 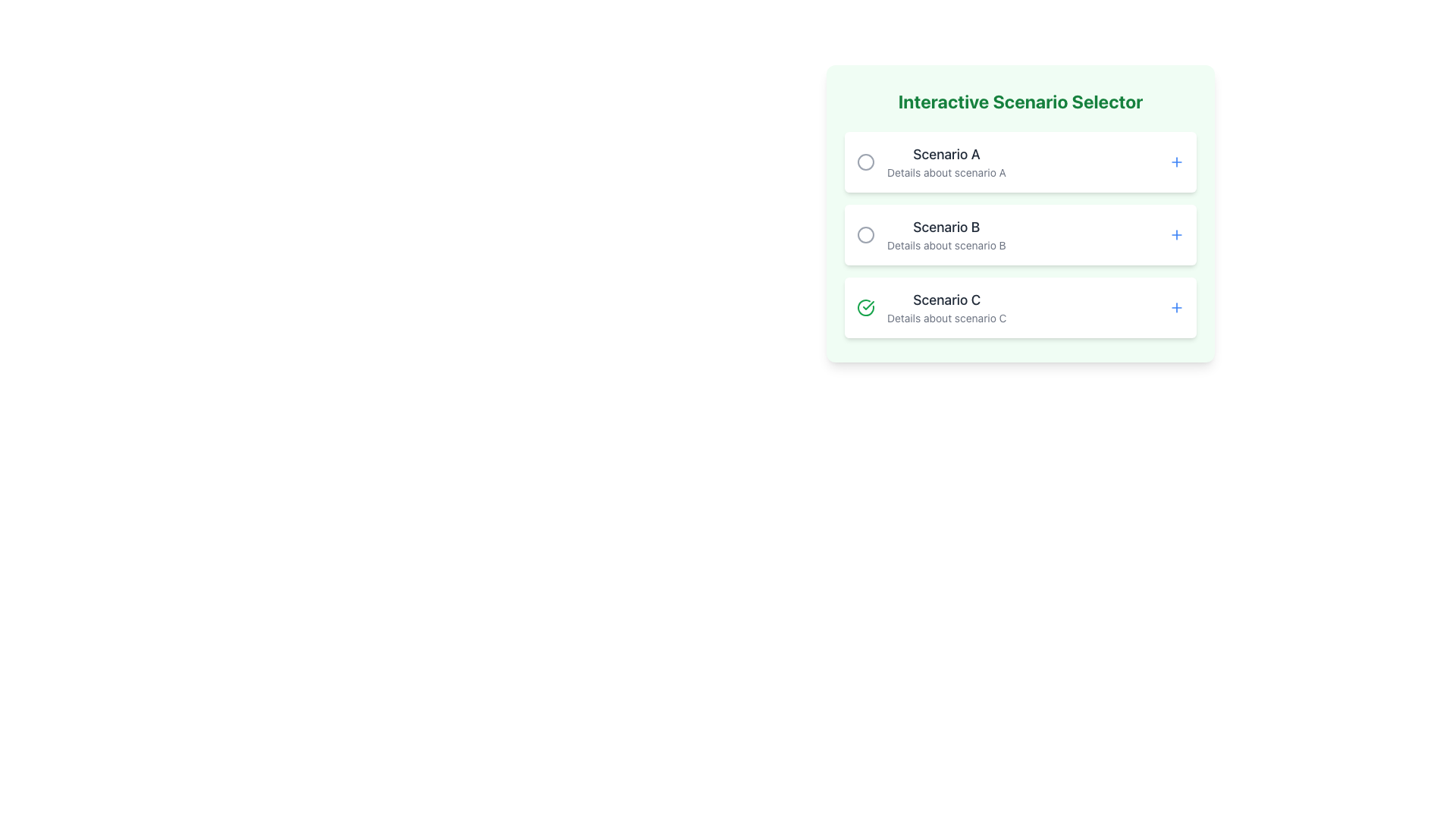 What do you see at coordinates (946, 318) in the screenshot?
I see `the text label reading 'Details about scenario C' which is located directly below the title 'Scenario C' in the Interactive Scenario Selector interface` at bounding box center [946, 318].